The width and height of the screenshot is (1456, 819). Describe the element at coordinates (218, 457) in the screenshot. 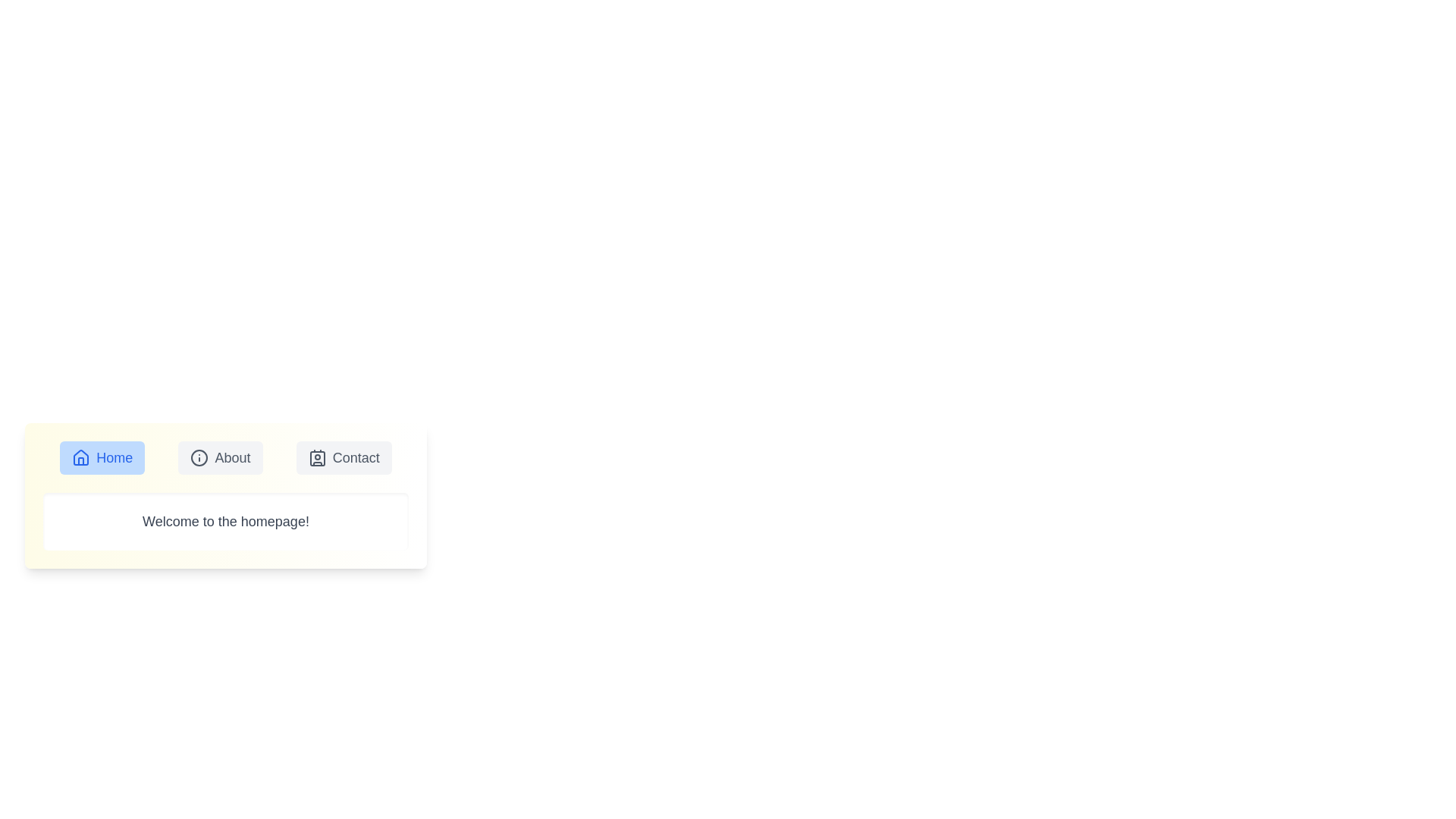

I see `the About tab to examine its content` at that location.